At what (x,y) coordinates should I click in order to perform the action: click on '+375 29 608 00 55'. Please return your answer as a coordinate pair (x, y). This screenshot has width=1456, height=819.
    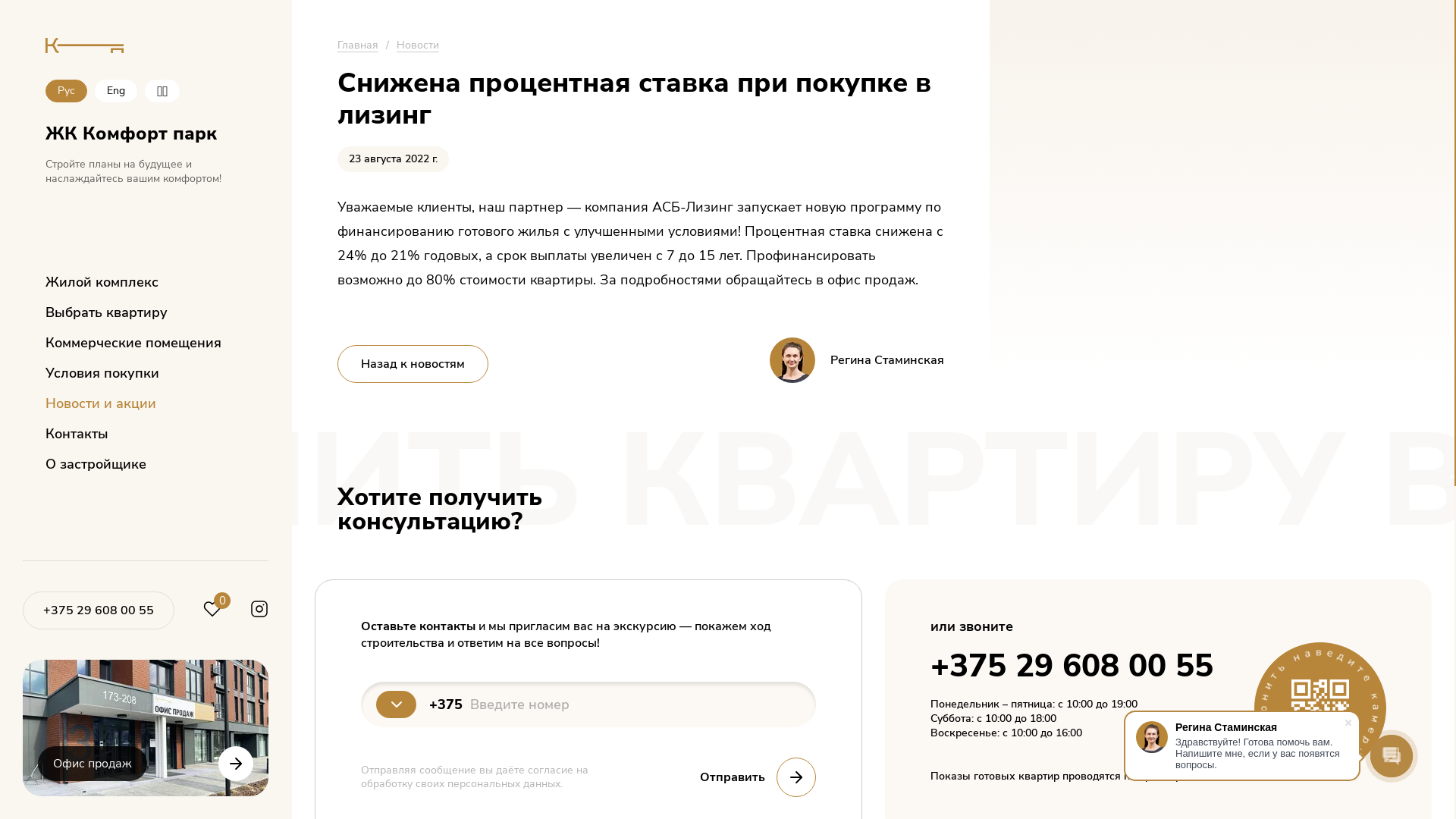
    Looking at the image, I should click on (1070, 665).